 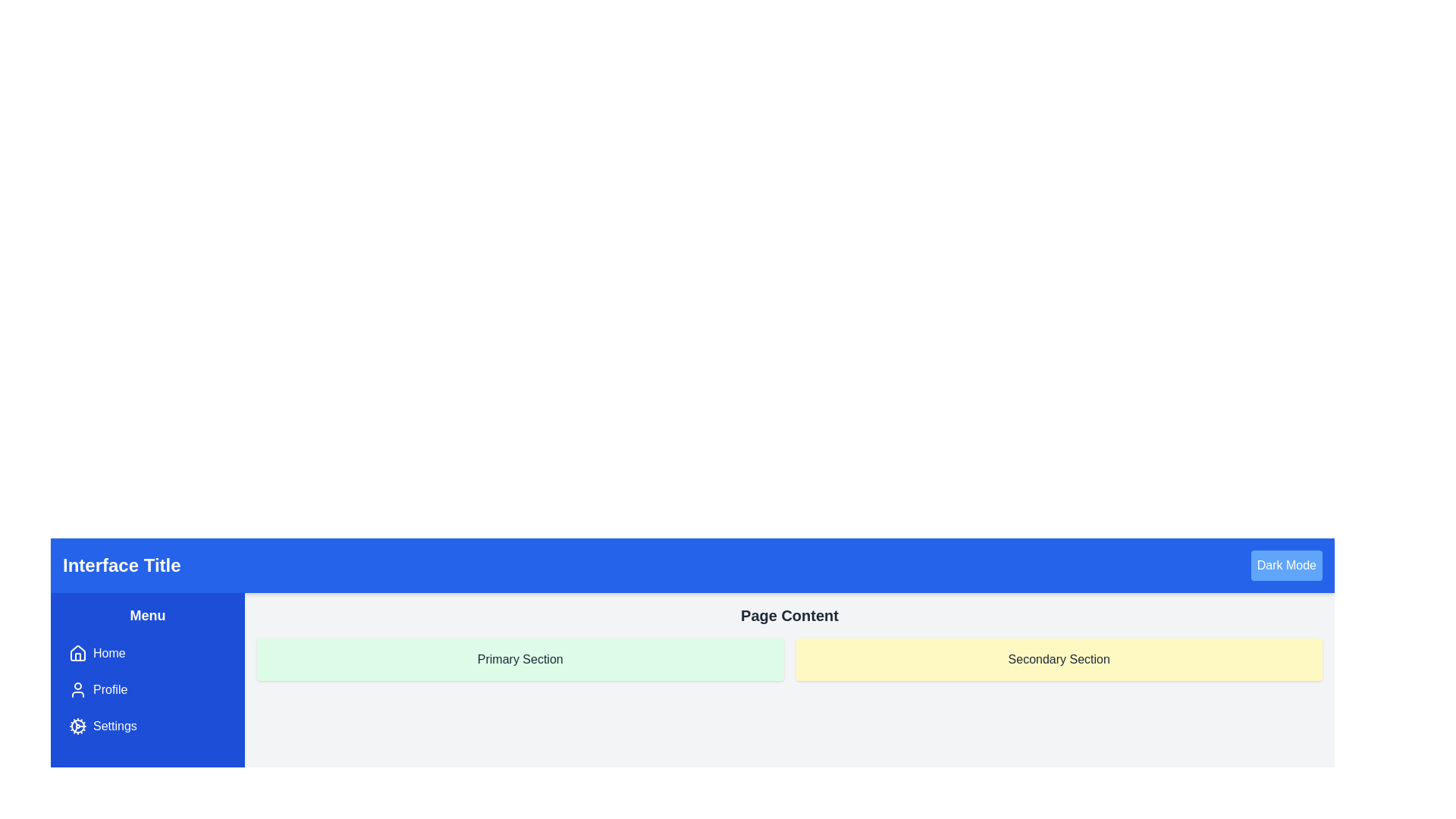 I want to click on the profile button located in the vertical menu on the left side of the interface, so click(x=97, y=690).